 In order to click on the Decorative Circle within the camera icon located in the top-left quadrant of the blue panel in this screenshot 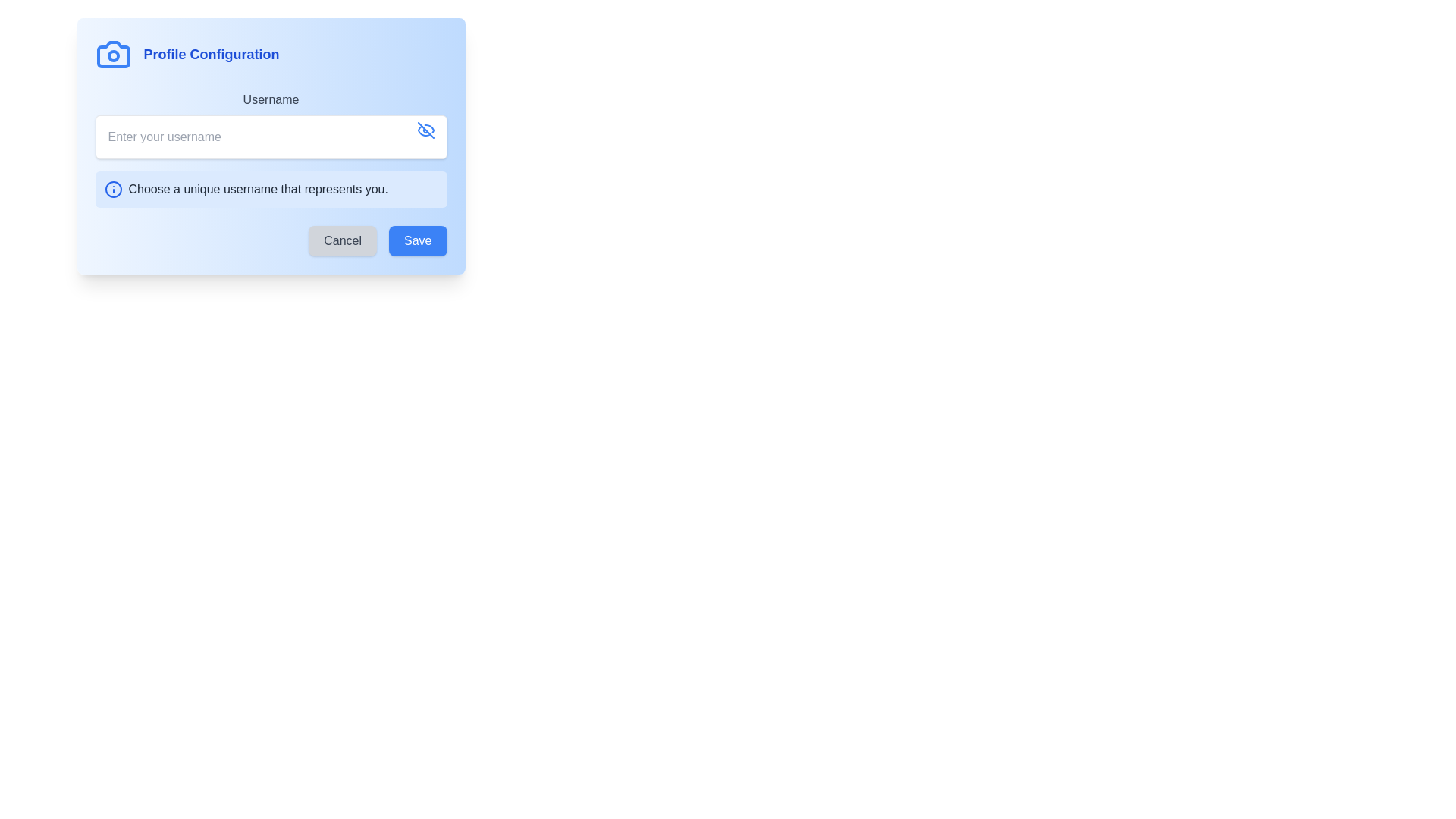, I will do `click(112, 55)`.